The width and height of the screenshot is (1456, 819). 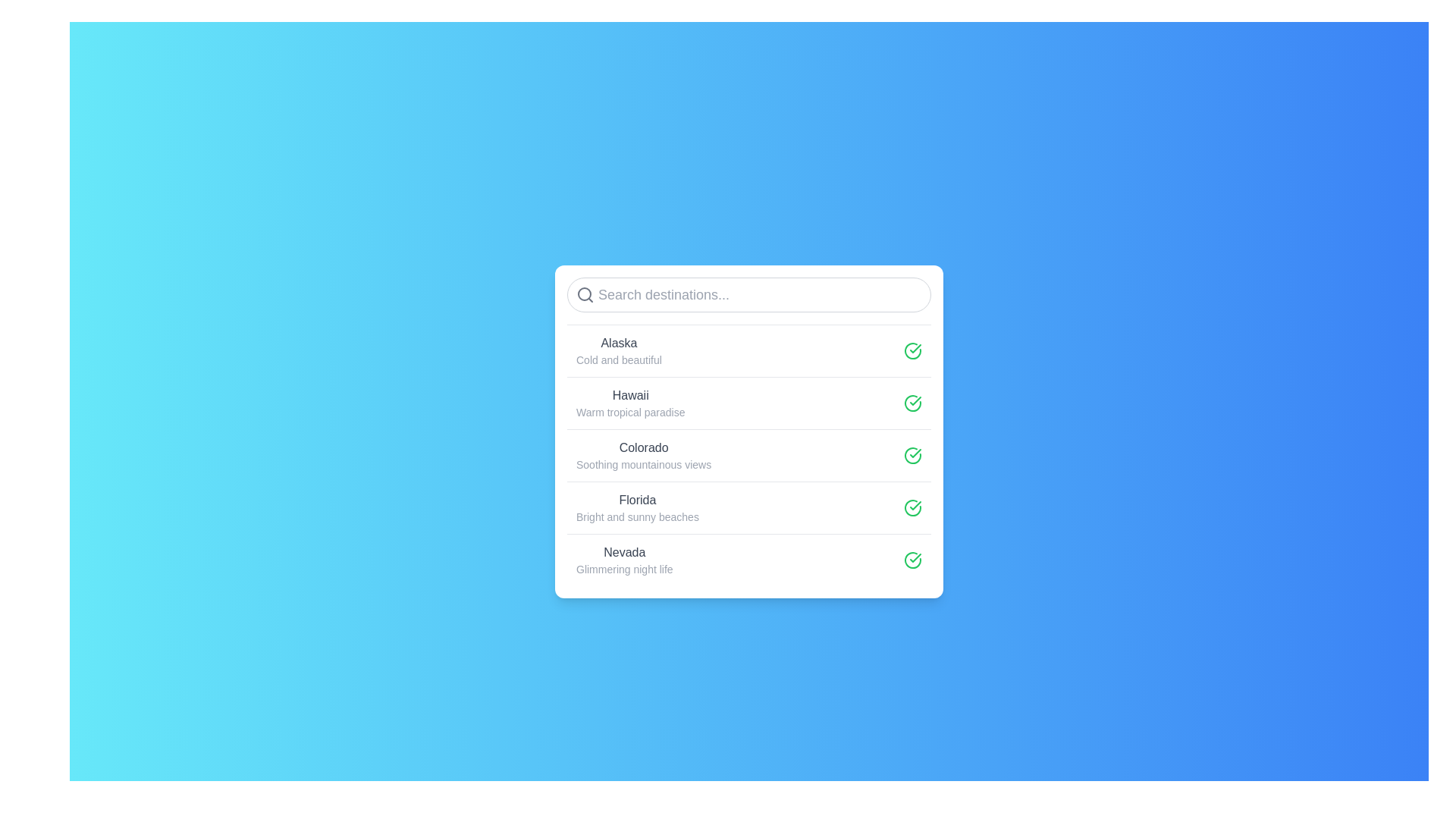 I want to click on the checkmark icon indicating the approval of 'Florida' in the list of items, so click(x=915, y=557).